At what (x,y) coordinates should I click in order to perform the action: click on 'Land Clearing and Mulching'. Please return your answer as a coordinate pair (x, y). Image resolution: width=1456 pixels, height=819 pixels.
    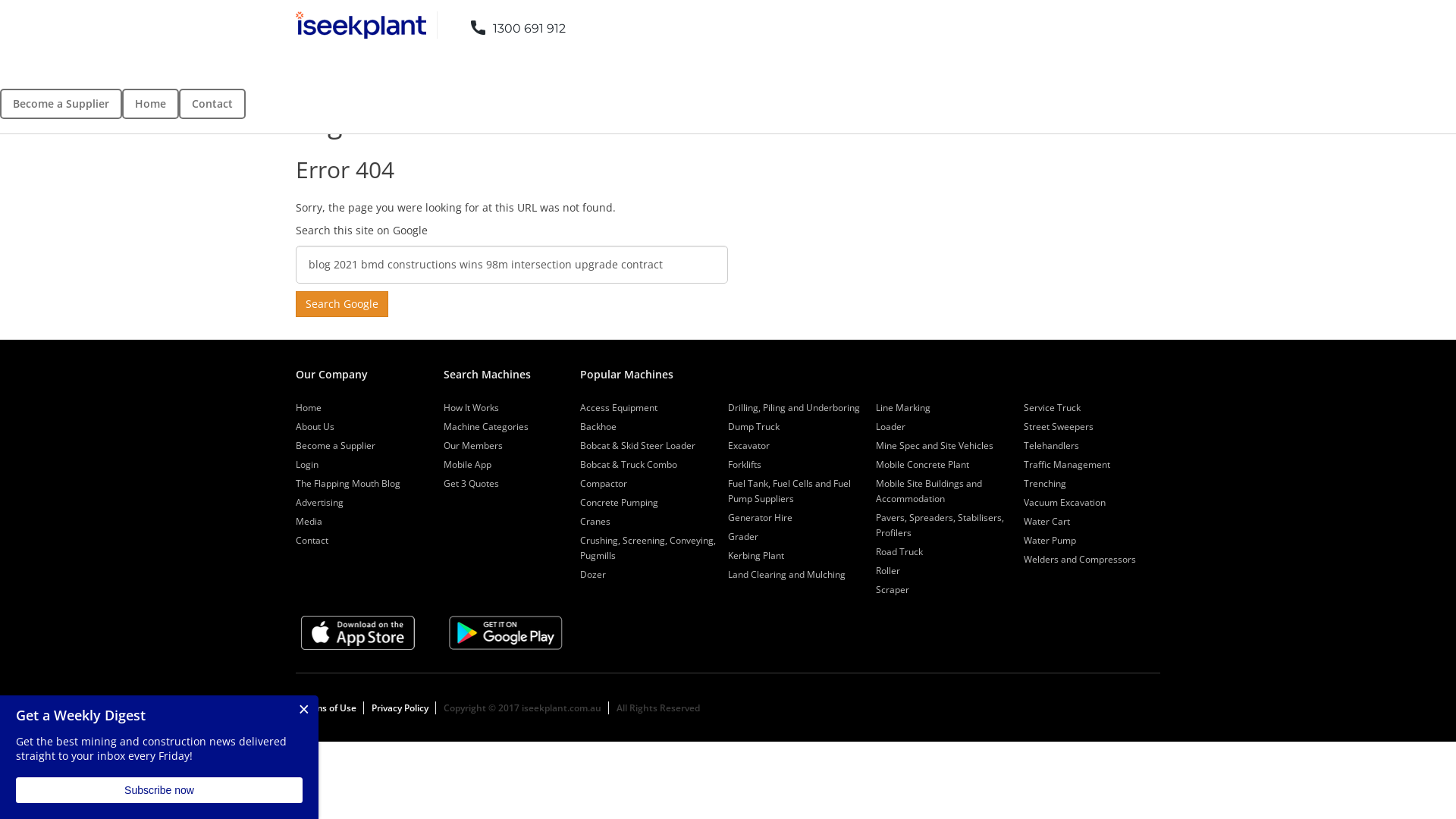
    Looking at the image, I should click on (786, 574).